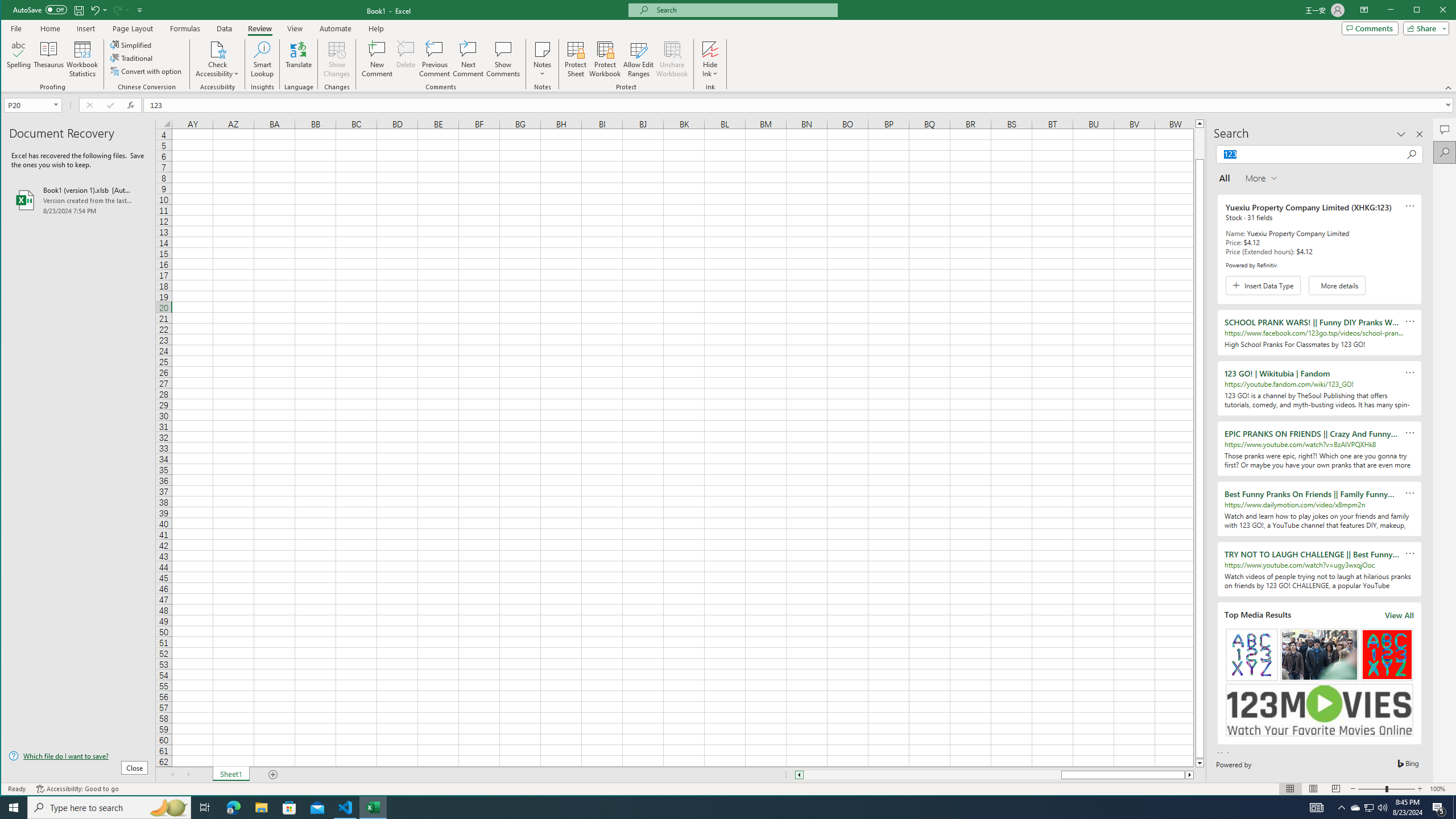  Describe the element at coordinates (94, 9) in the screenshot. I see `'Undo'` at that location.